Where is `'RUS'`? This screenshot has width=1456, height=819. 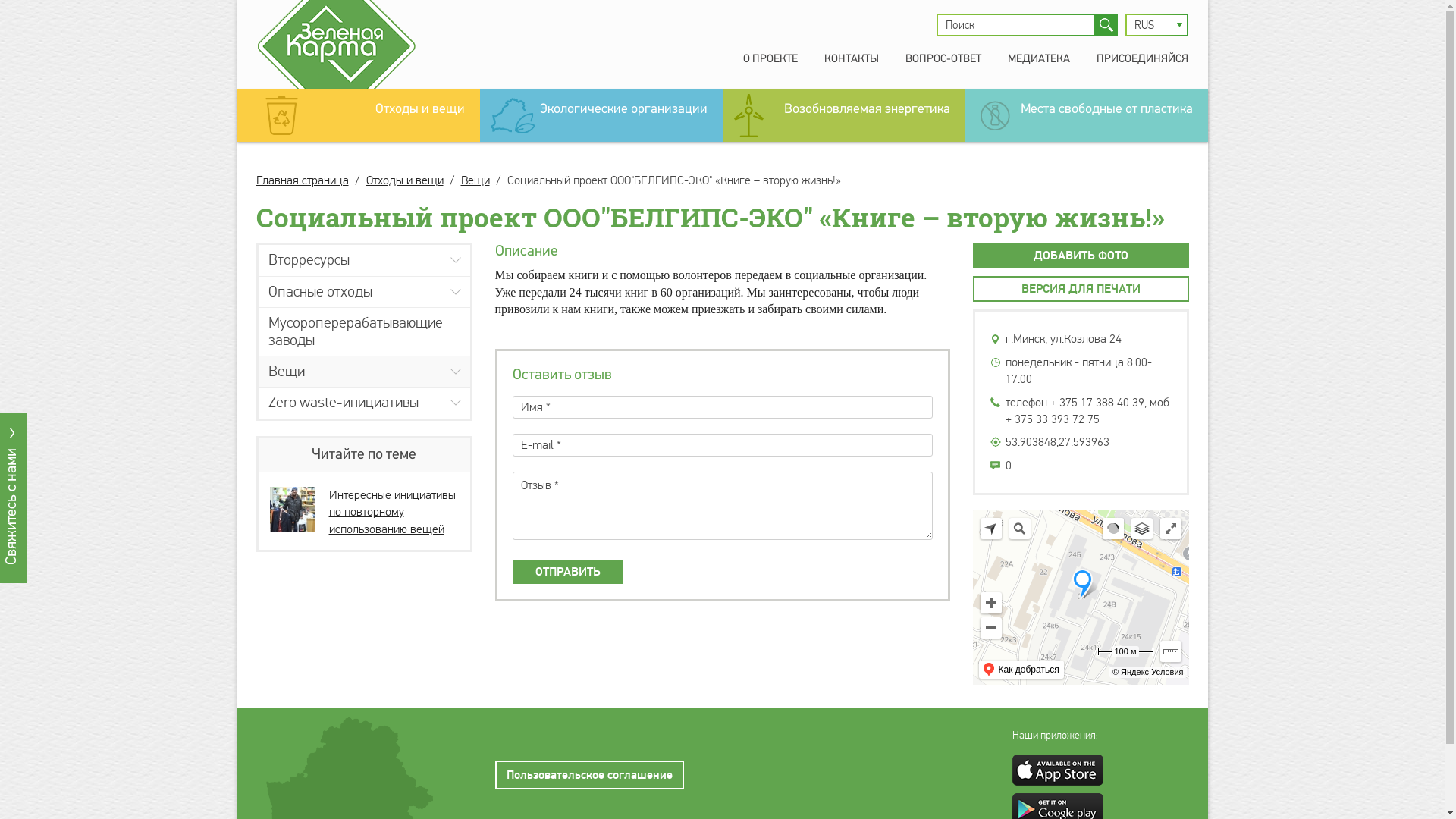
'RUS' is located at coordinates (1156, 25).